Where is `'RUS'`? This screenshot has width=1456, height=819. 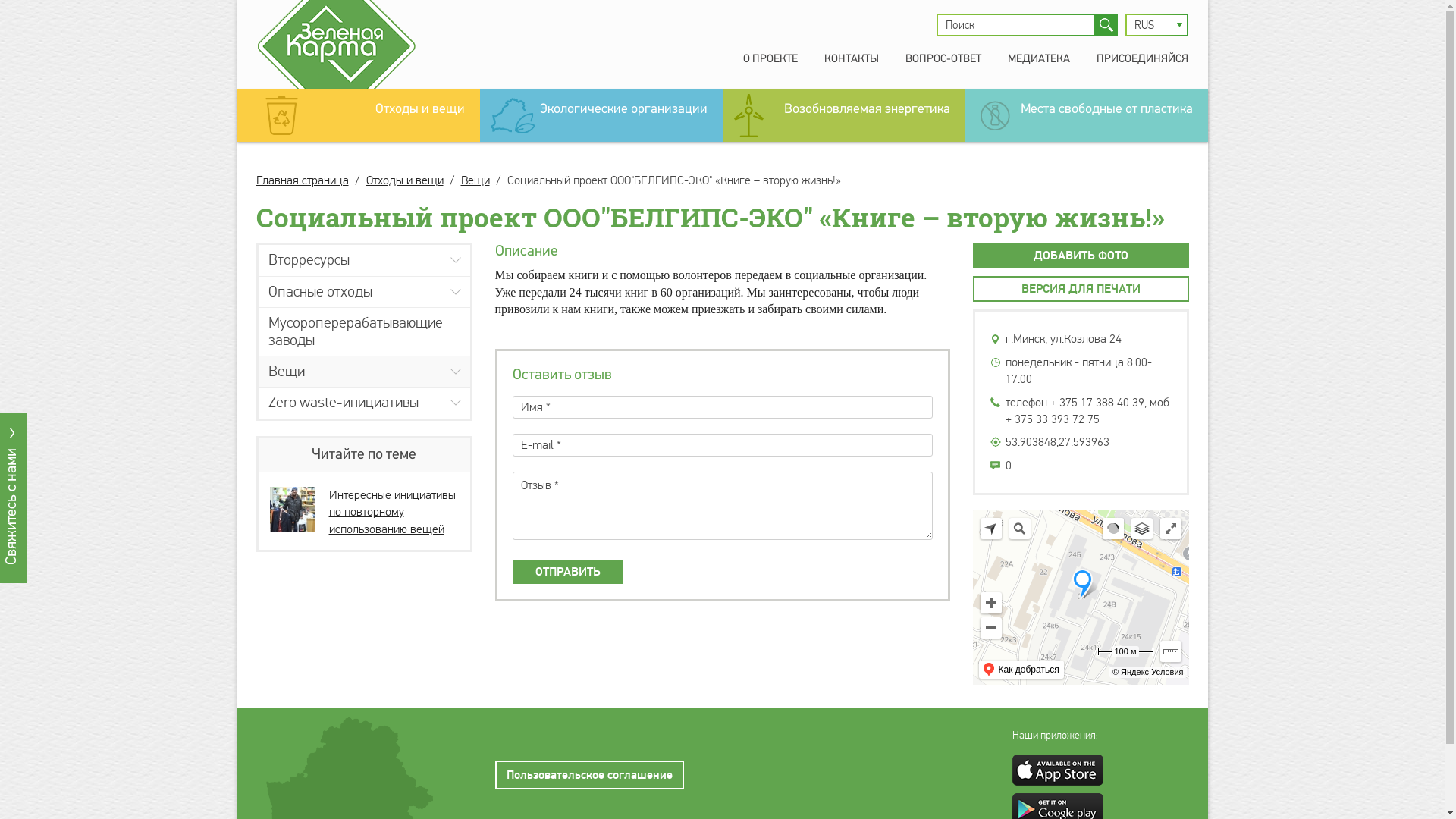
'RUS' is located at coordinates (1156, 25).